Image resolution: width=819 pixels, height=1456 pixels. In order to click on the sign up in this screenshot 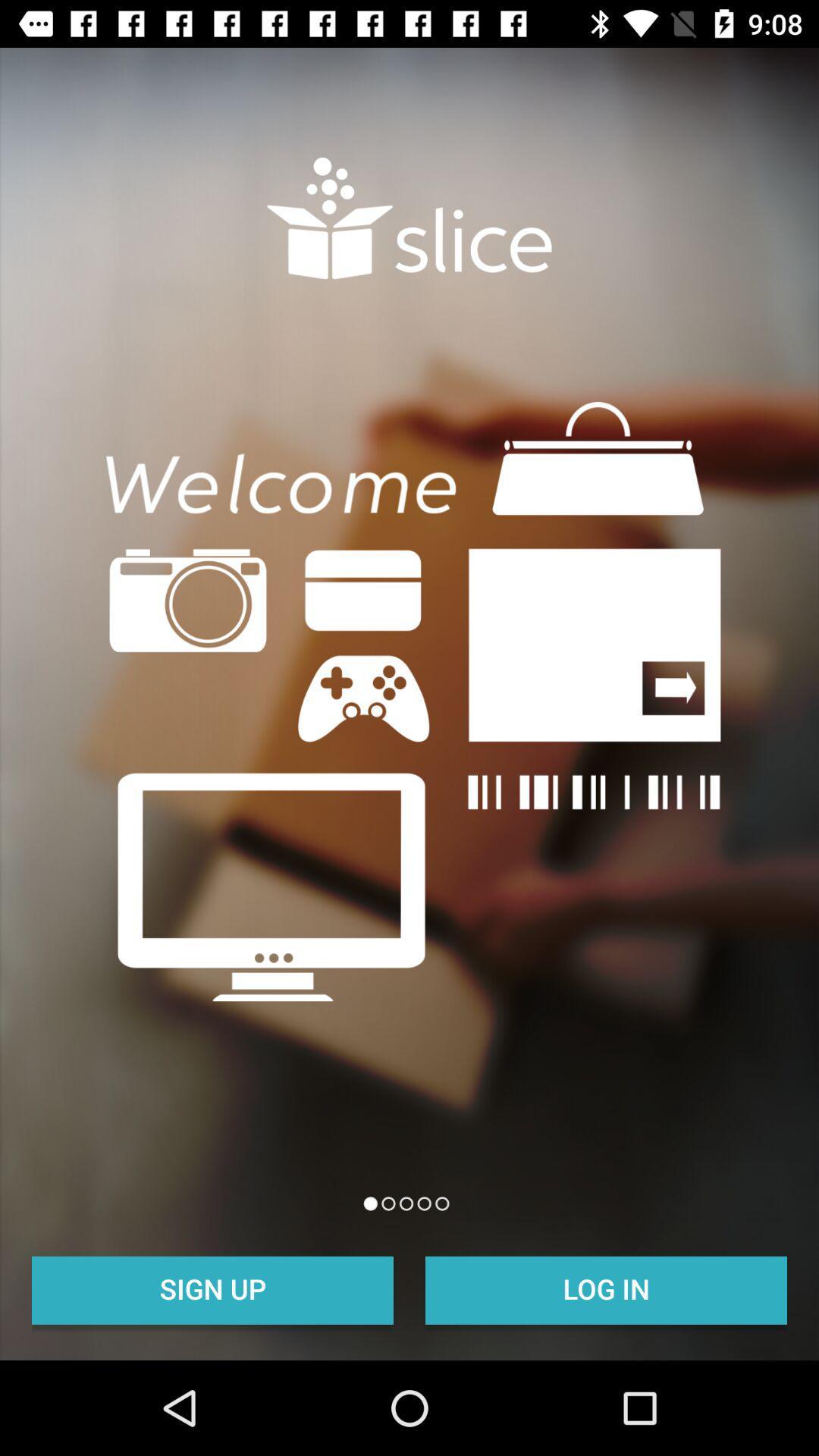, I will do `click(212, 1288)`.